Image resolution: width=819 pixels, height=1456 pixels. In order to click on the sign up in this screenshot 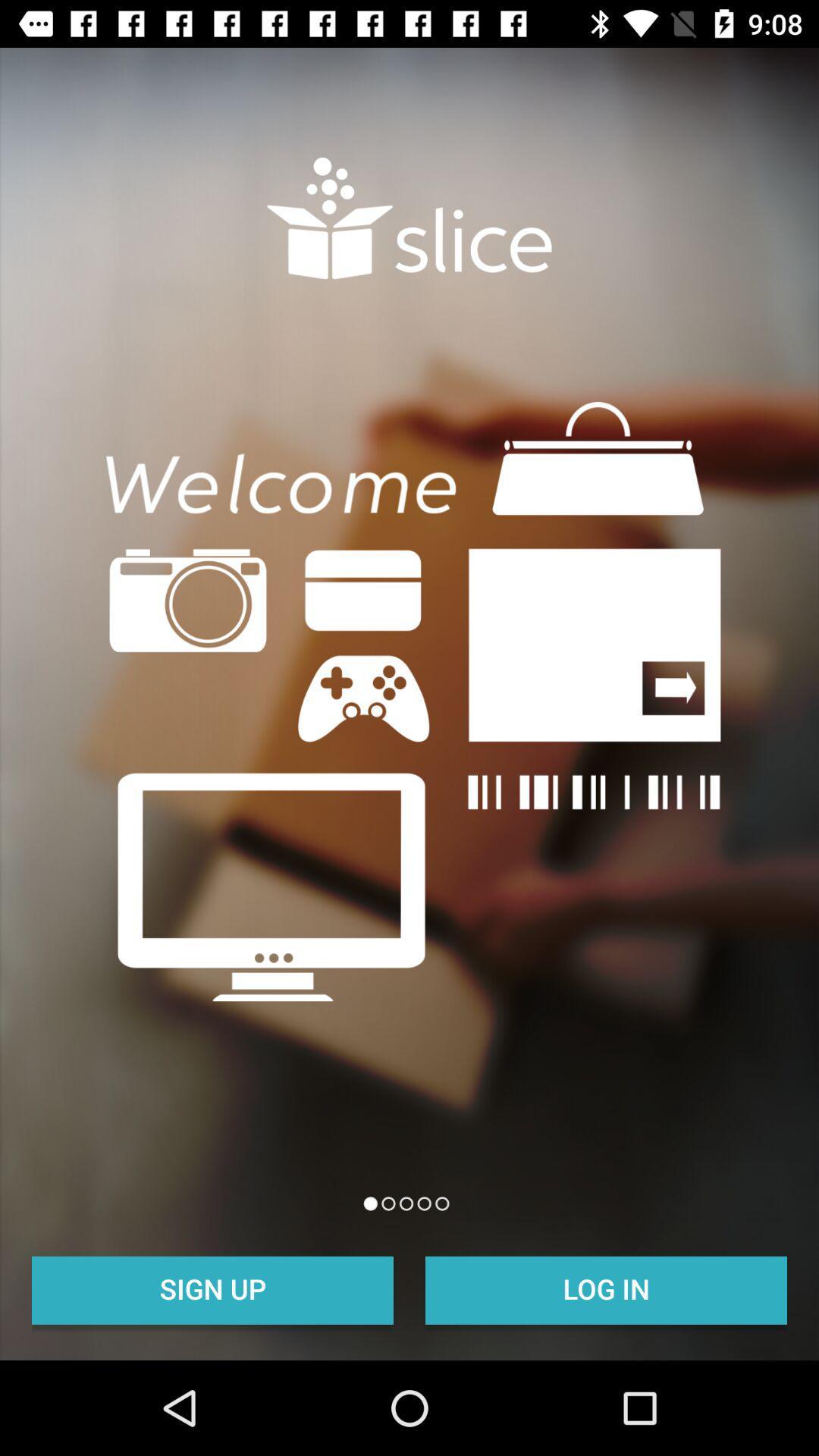, I will do `click(212, 1288)`.